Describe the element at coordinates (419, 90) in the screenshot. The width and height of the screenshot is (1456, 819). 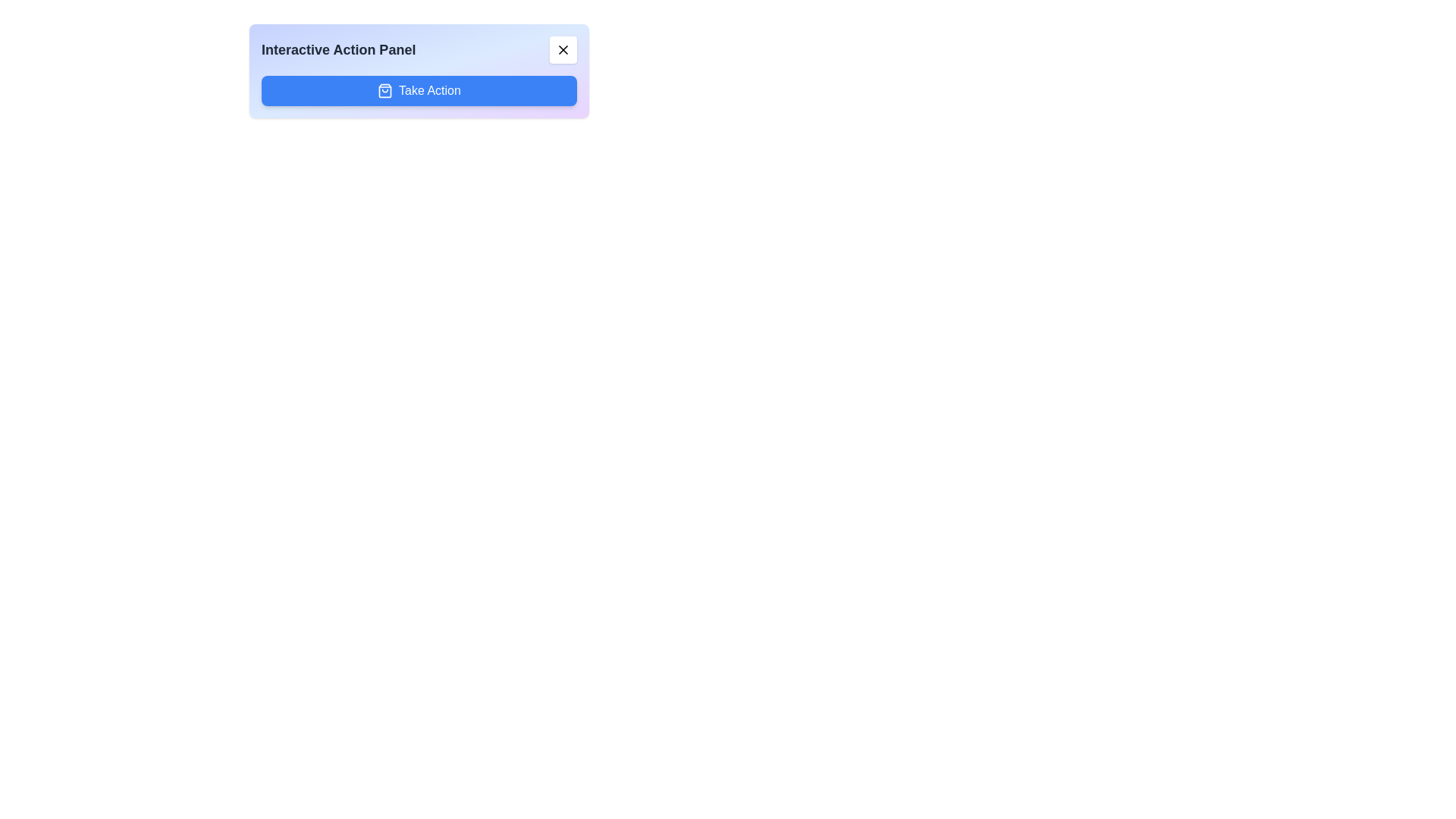
I see `the composite UI label element that combines the 'Take Action' text and a shopping bag icon, indicating its function as a button for initiating a transaction` at that location.